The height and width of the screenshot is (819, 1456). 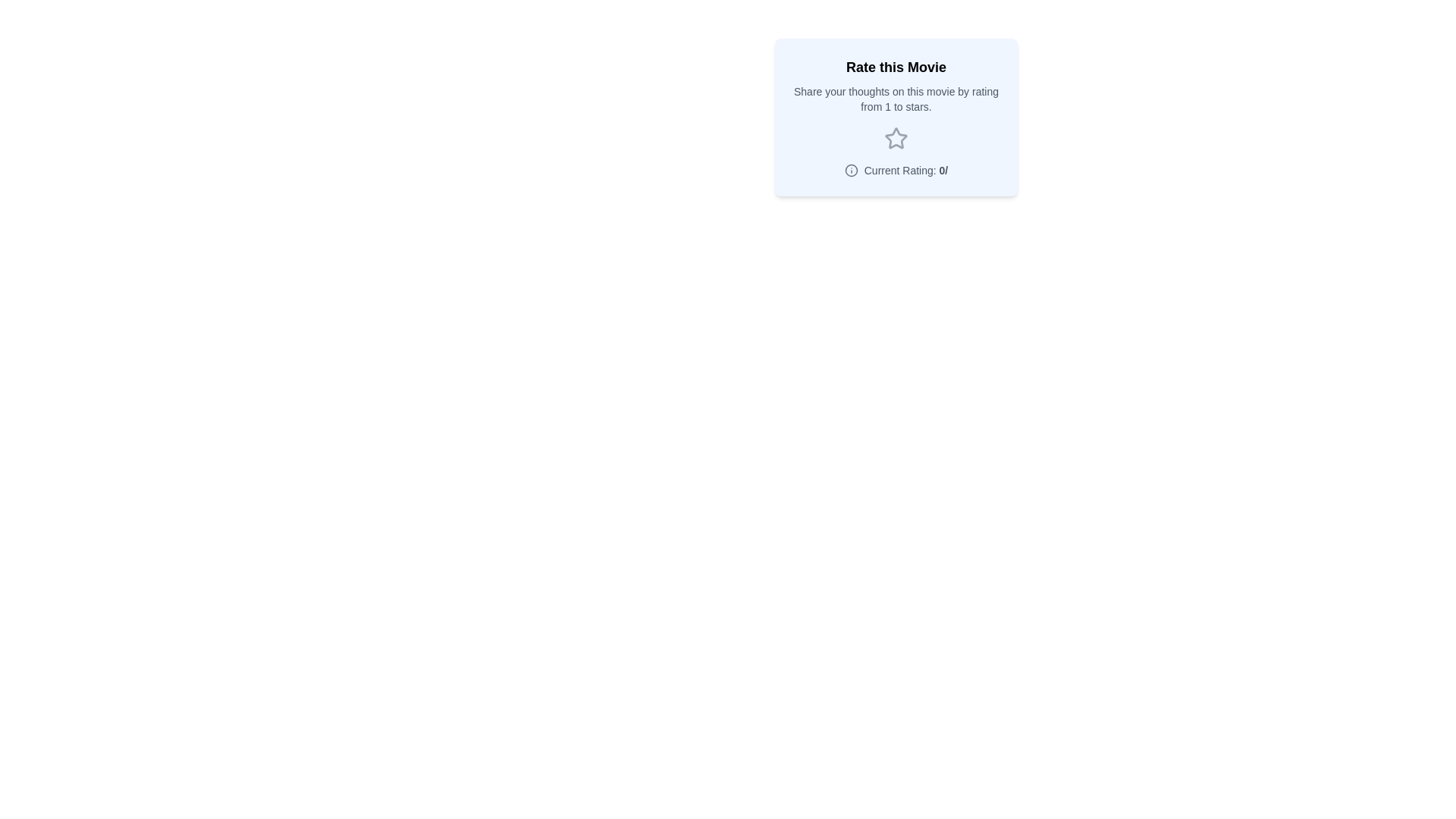 I want to click on the star icon with a hollow center and gray outline, so click(x=896, y=138).